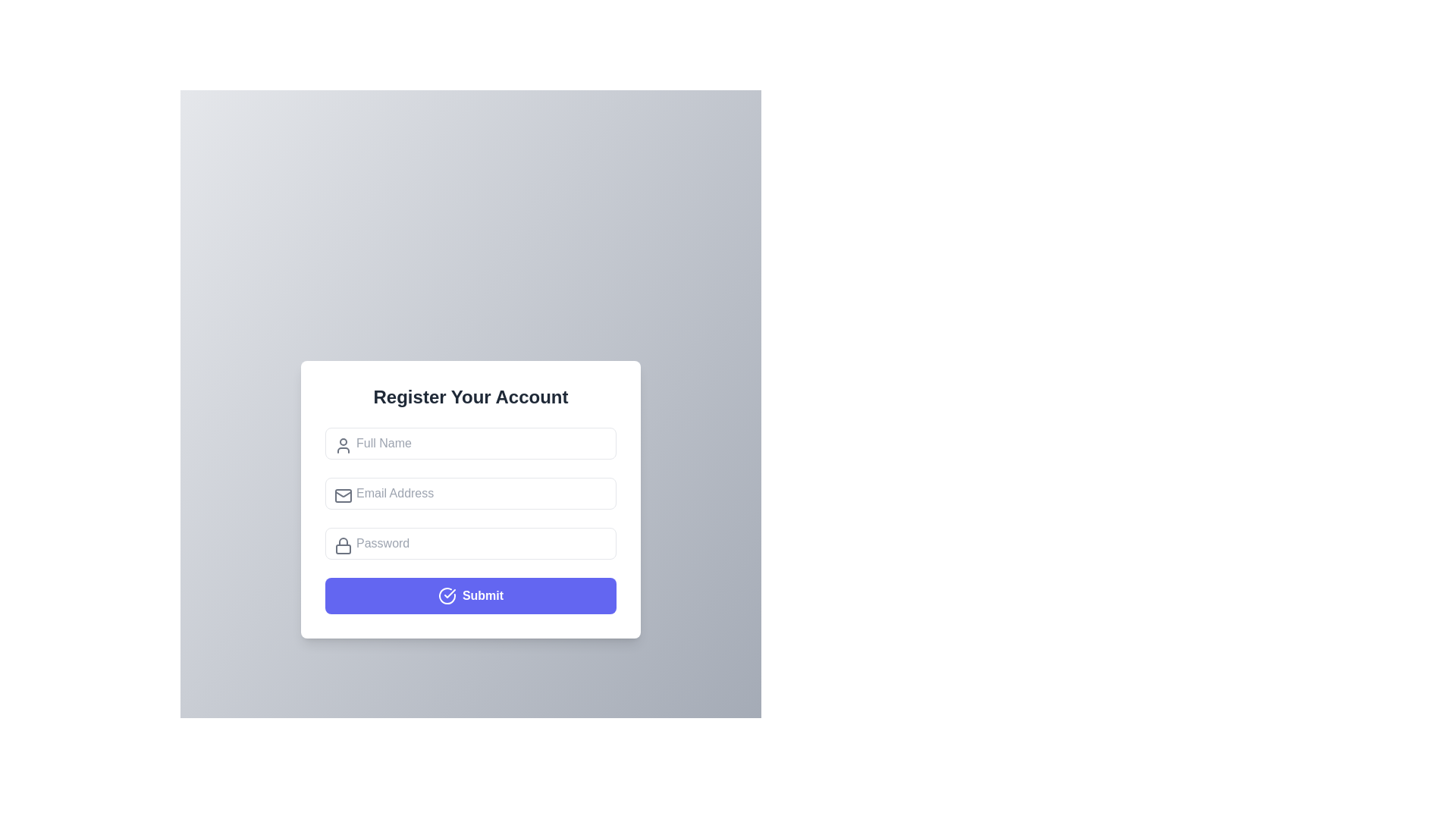  I want to click on the SVG Icon representing password or security, located to the left of the password input field, so click(342, 544).